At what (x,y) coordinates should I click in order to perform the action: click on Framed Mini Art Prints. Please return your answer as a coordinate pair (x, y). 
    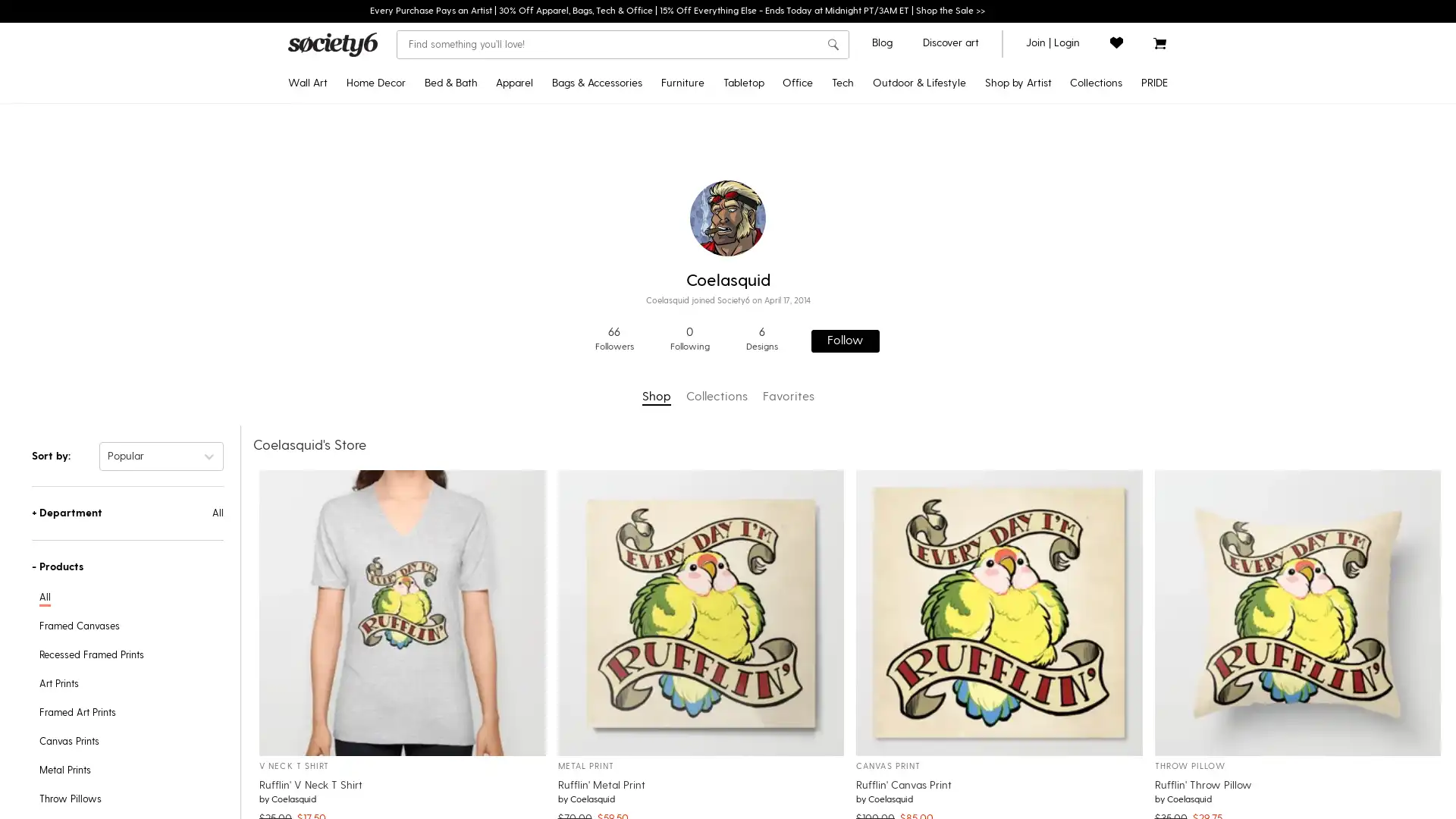
    Looking at the image, I should click on (356, 415).